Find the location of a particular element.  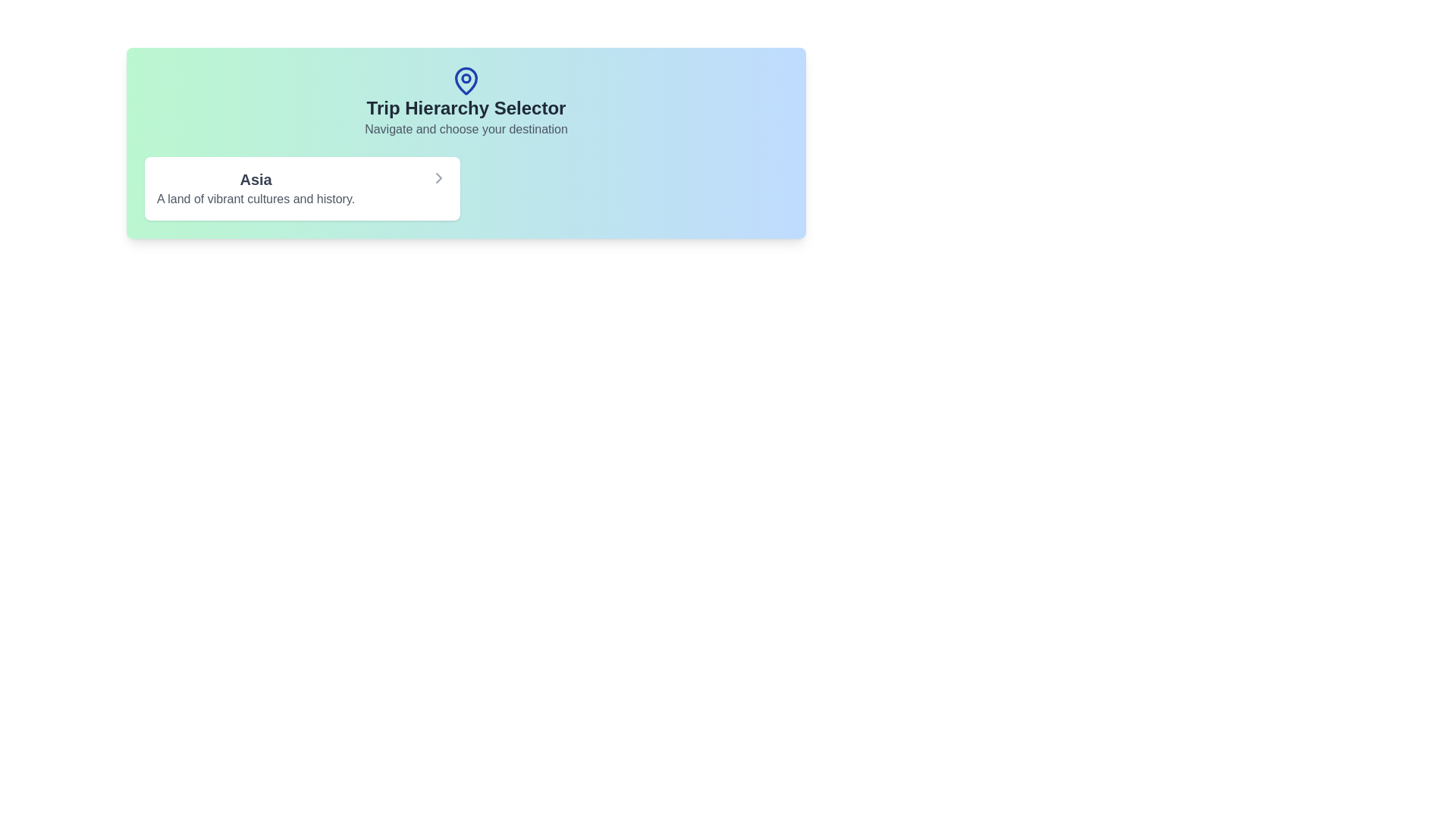

the compound clickable element containing a title and subtitle related to 'Asia' is located at coordinates (256, 188).